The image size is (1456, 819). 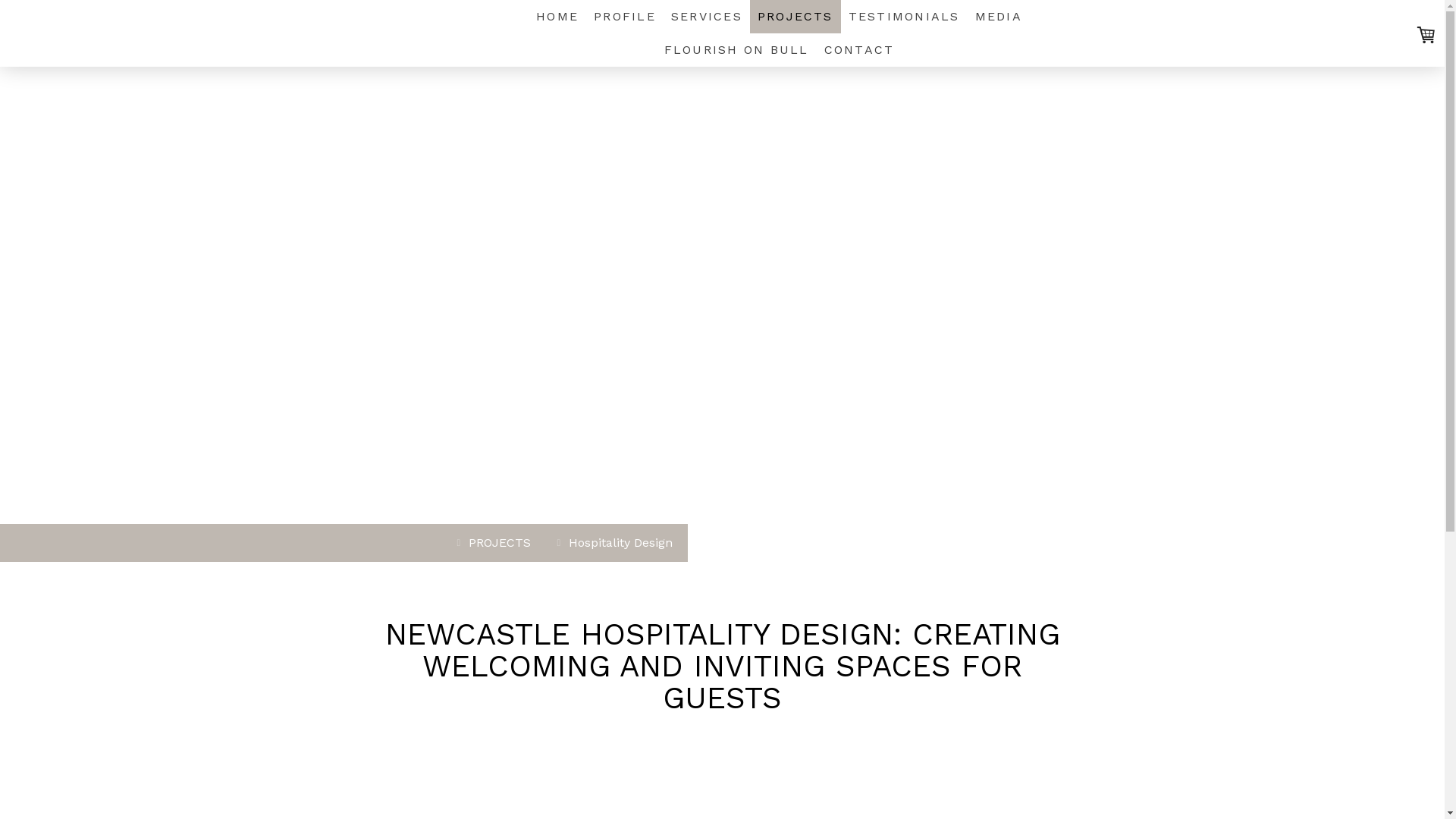 What do you see at coordinates (859, 49) in the screenshot?
I see `'CONTACT'` at bounding box center [859, 49].